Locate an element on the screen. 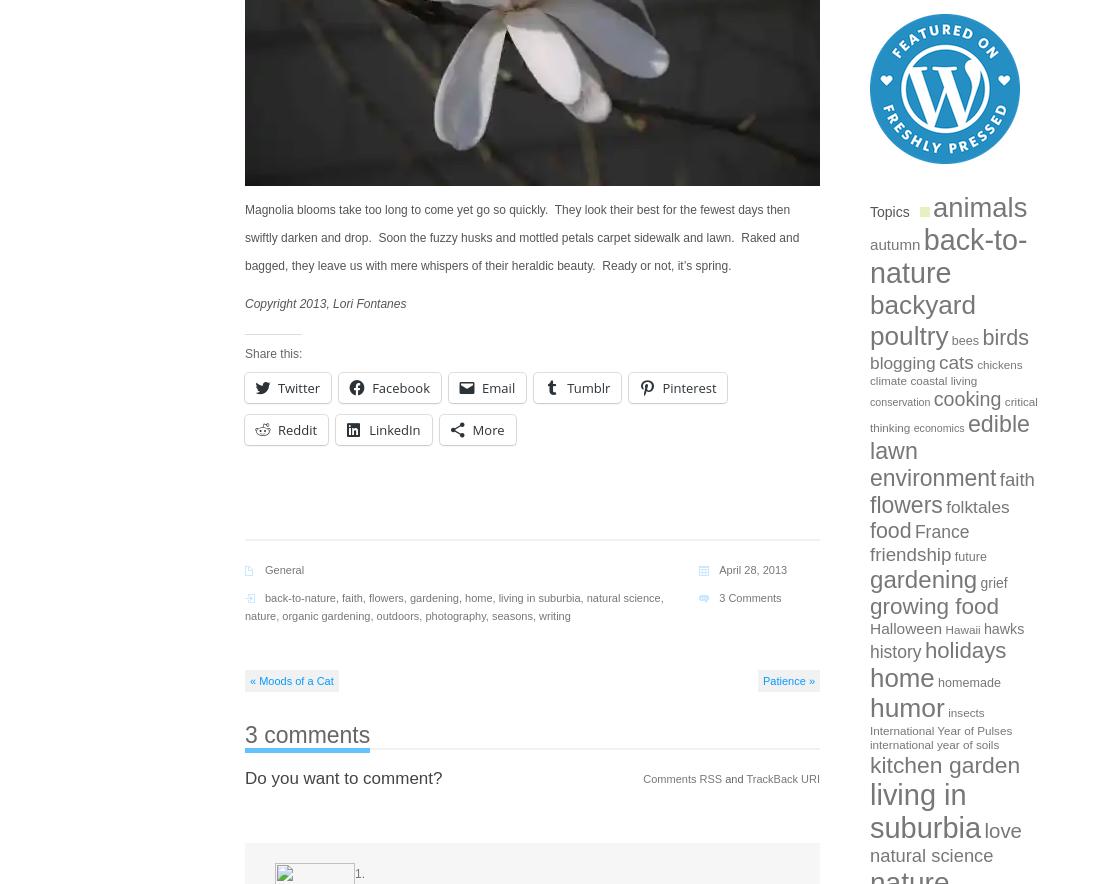 The height and width of the screenshot is (884, 1100). 'Copyright 2013, Lori Fontanes' is located at coordinates (324, 304).